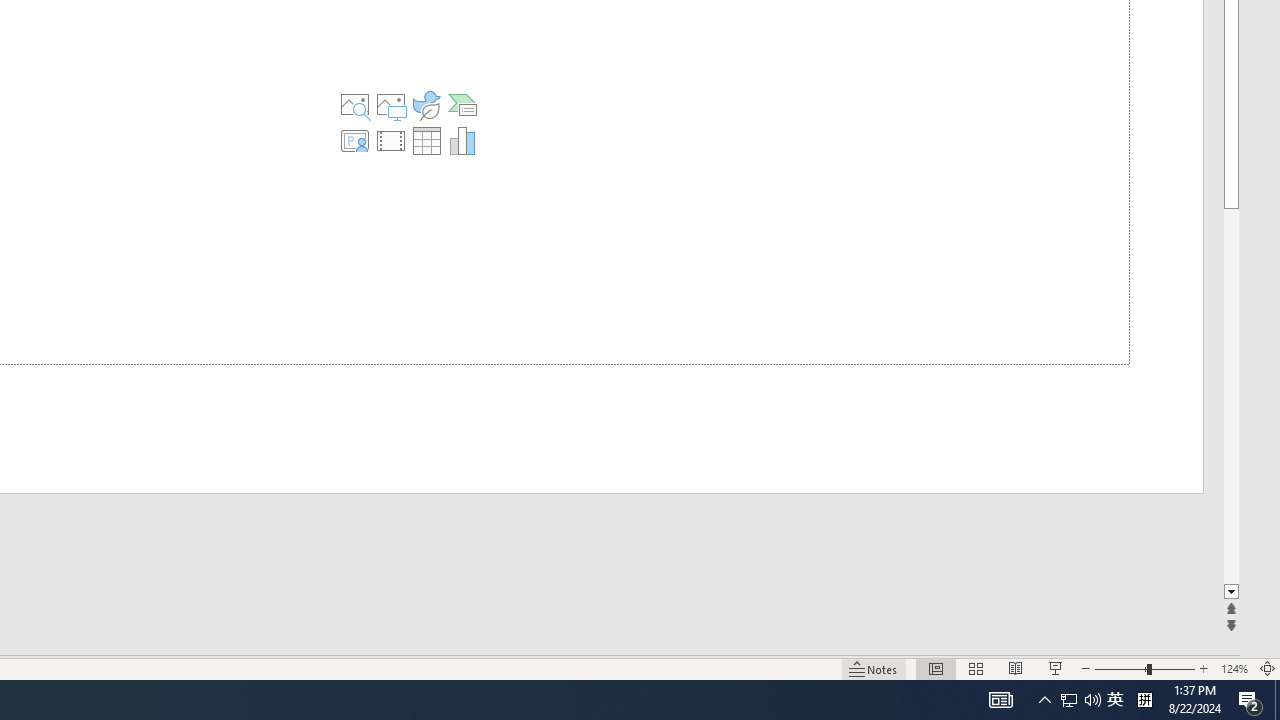  I want to click on 'Zoom 124%', so click(1233, 669).